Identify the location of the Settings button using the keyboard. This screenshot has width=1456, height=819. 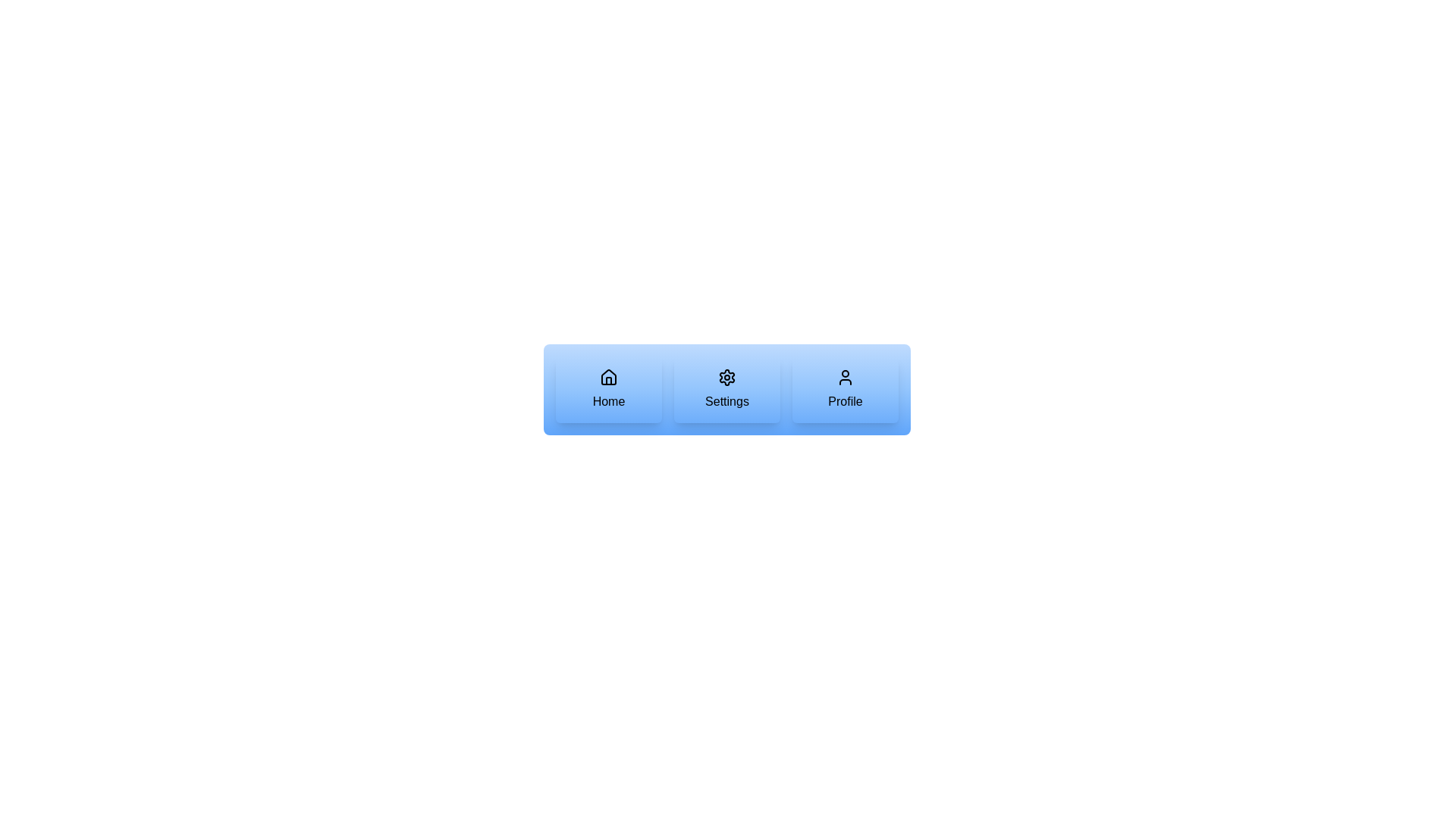
(726, 388).